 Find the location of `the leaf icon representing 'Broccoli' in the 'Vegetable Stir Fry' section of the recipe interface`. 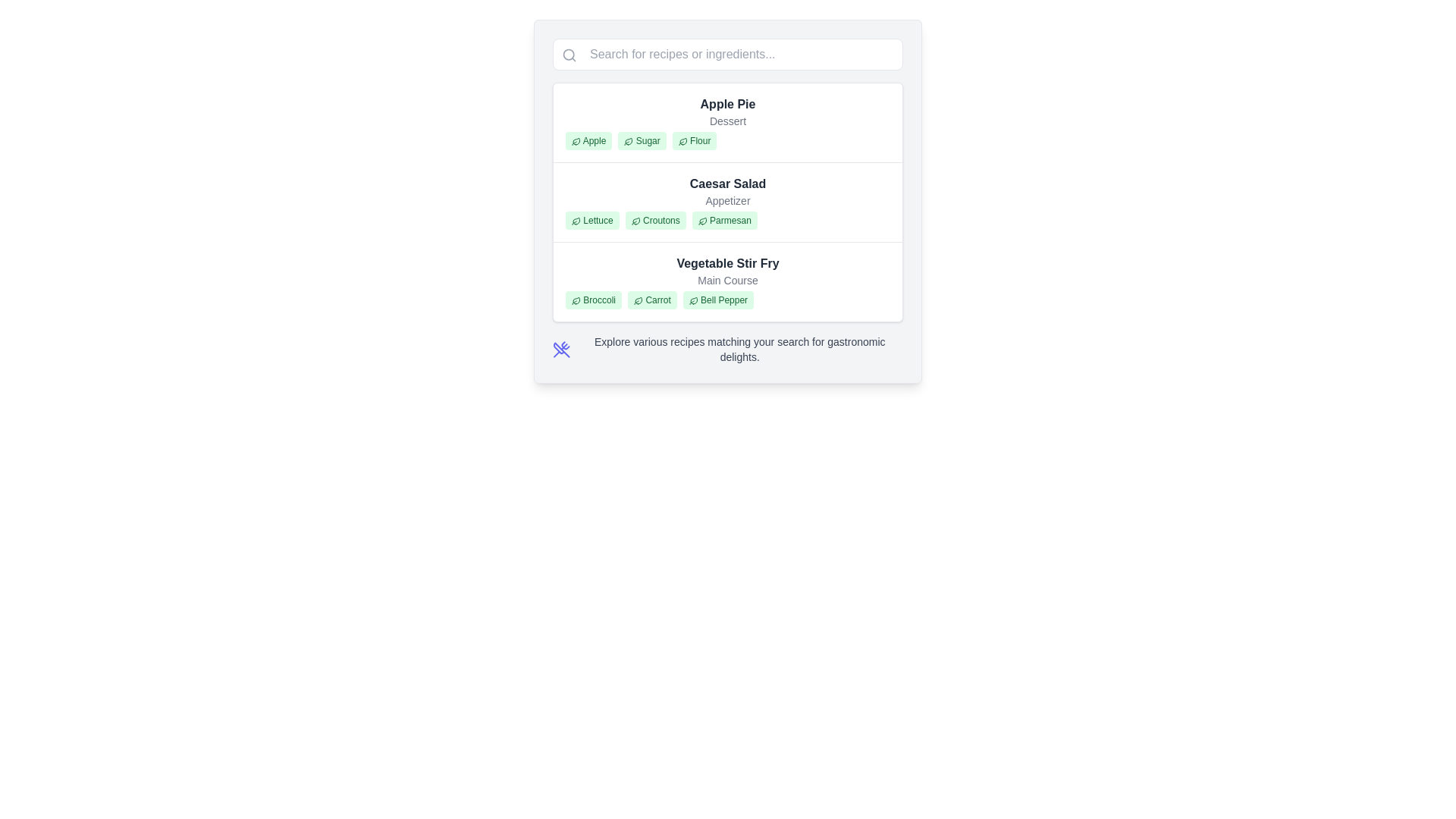

the leaf icon representing 'Broccoli' in the 'Vegetable Stir Fry' section of the recipe interface is located at coordinates (575, 300).